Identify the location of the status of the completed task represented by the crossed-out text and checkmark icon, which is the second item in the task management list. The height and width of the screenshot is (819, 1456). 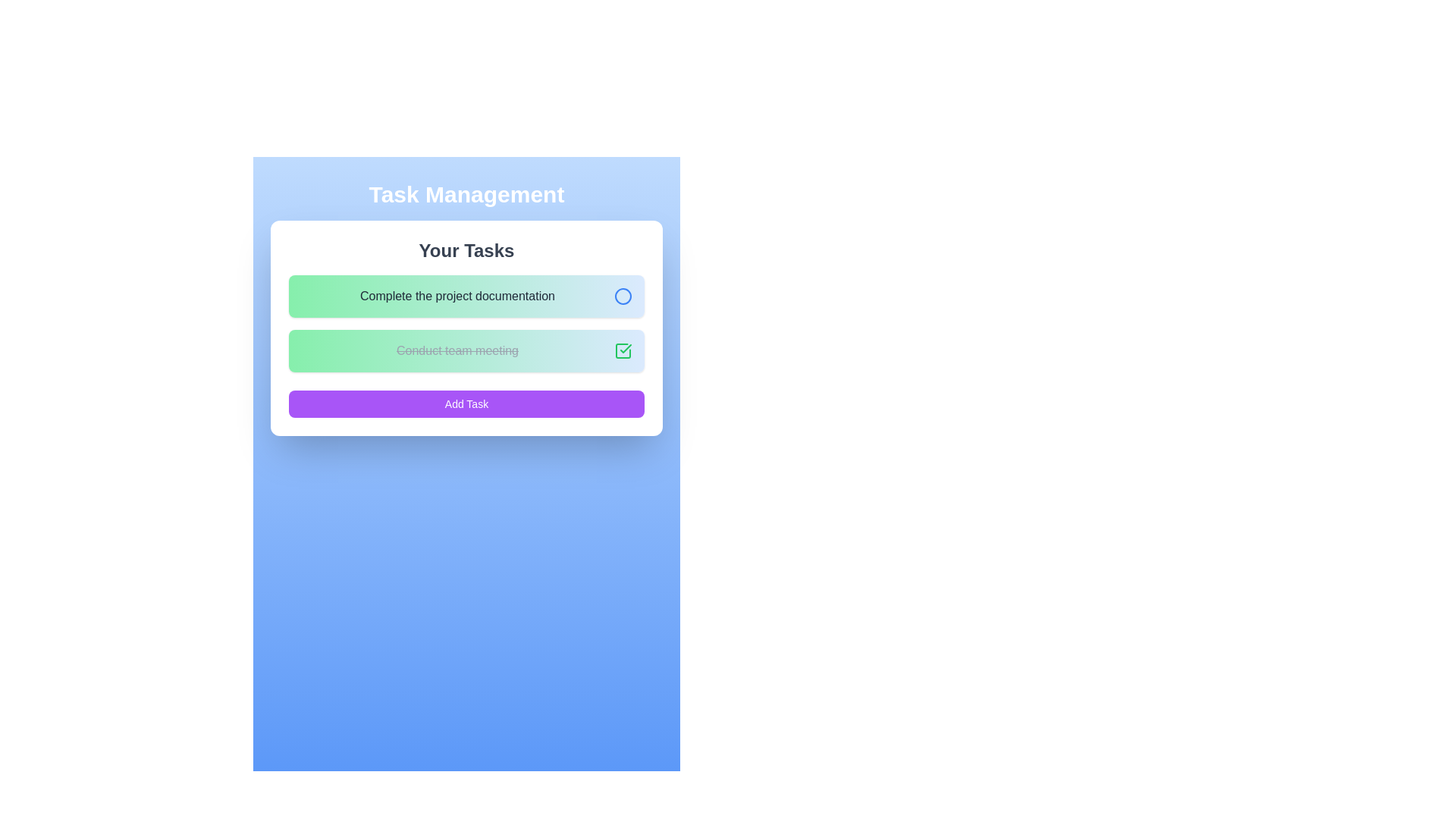
(466, 350).